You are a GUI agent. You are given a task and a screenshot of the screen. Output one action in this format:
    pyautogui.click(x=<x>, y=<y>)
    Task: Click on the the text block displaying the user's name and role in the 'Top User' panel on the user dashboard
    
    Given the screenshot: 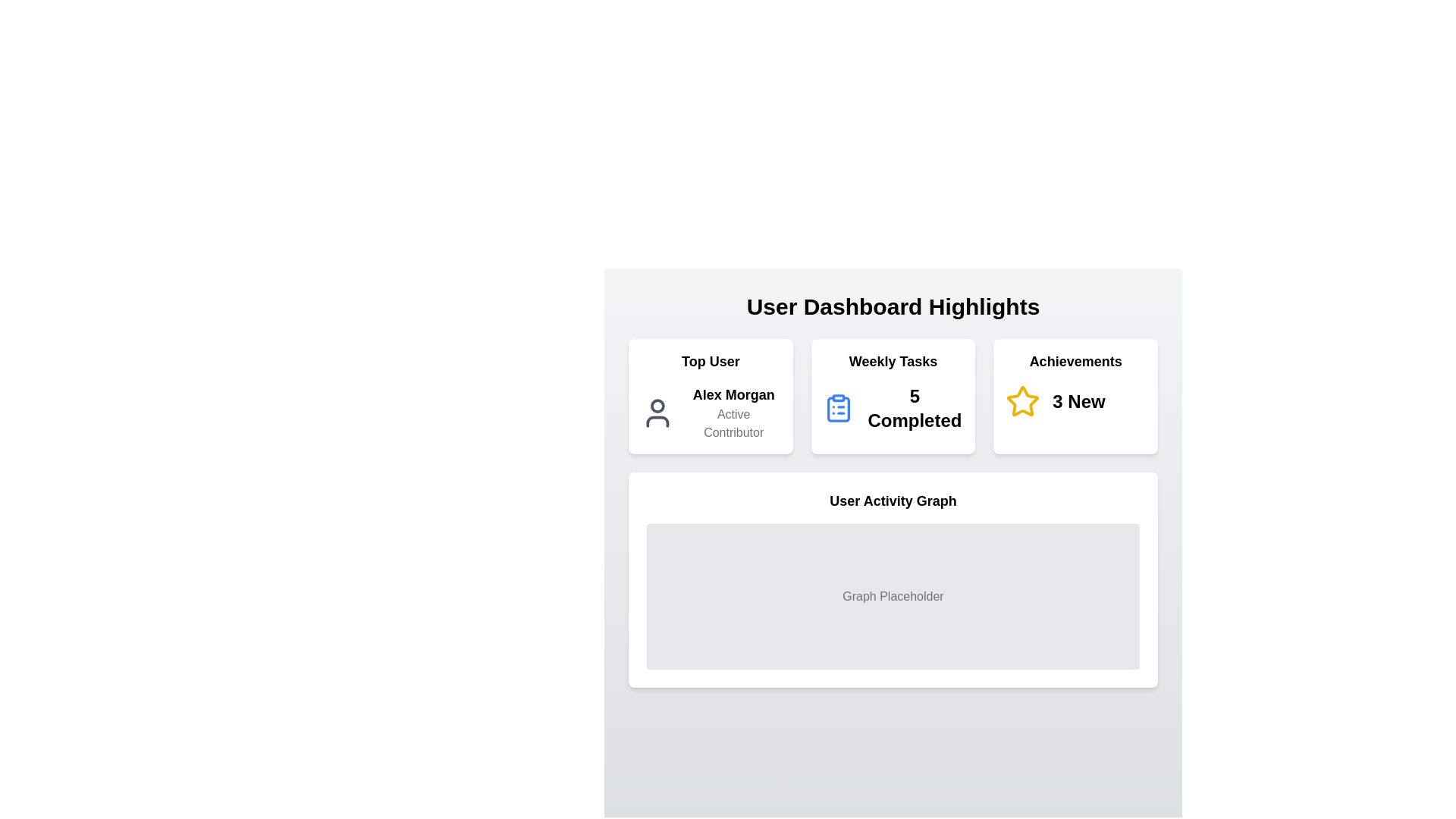 What is the action you would take?
    pyautogui.click(x=733, y=413)
    